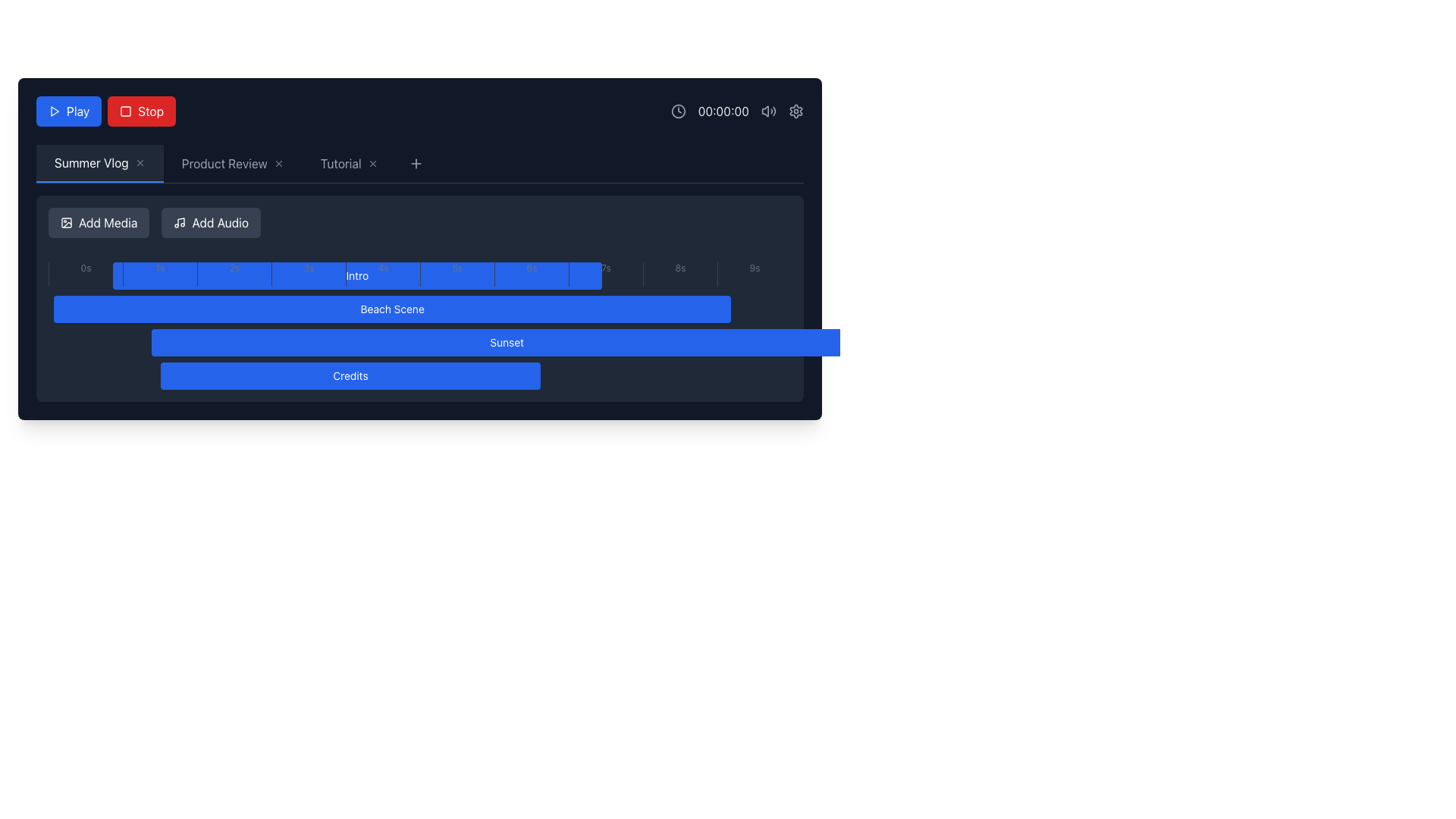 This screenshot has width=1456, height=819. What do you see at coordinates (68, 110) in the screenshot?
I see `the blue rectangular 'Play' button with rounded corners located at the top-left corner of the interface` at bounding box center [68, 110].